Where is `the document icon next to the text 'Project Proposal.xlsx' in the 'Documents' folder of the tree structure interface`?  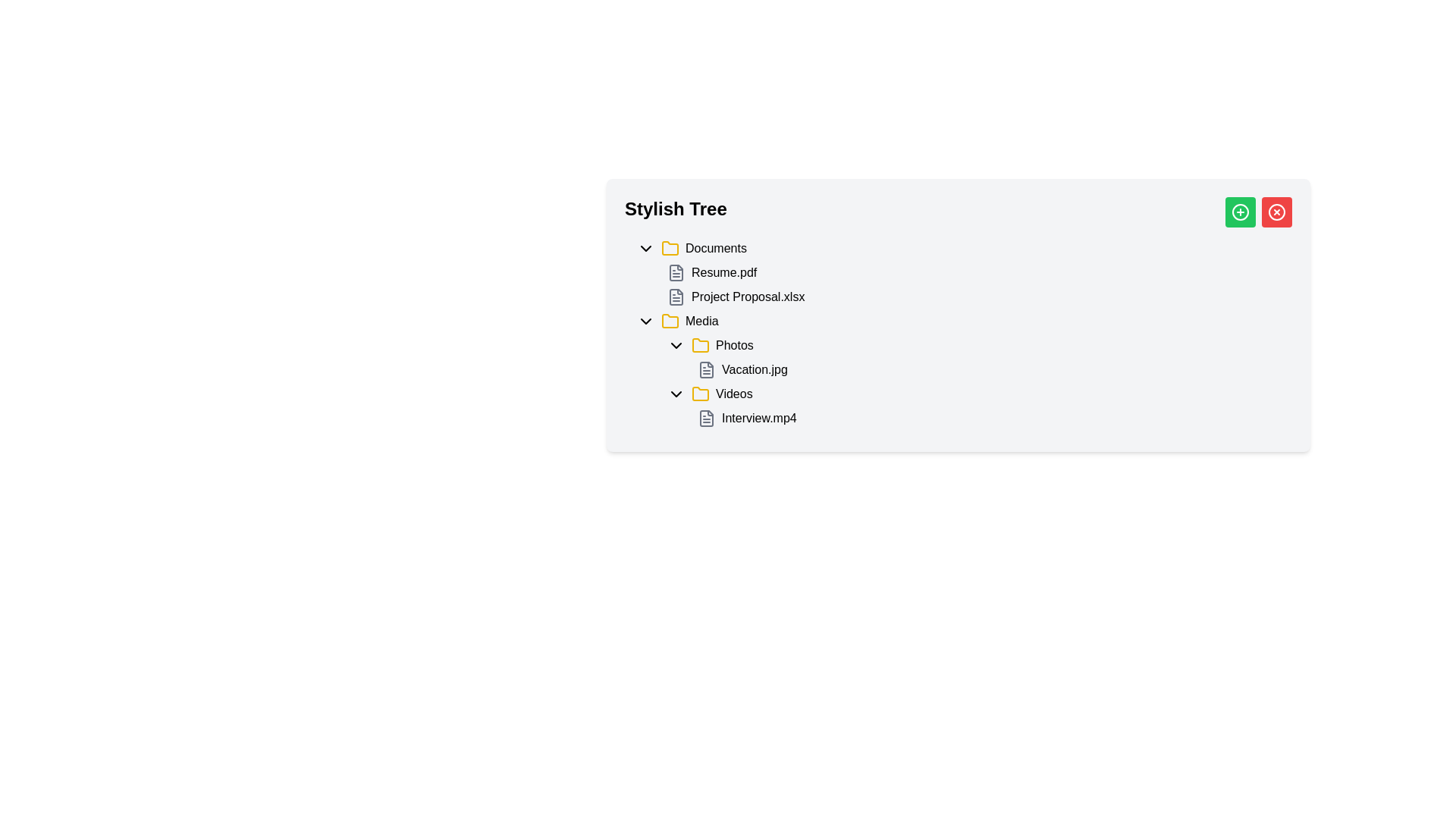
the document icon next to the text 'Project Proposal.xlsx' in the 'Documents' folder of the tree structure interface is located at coordinates (676, 297).